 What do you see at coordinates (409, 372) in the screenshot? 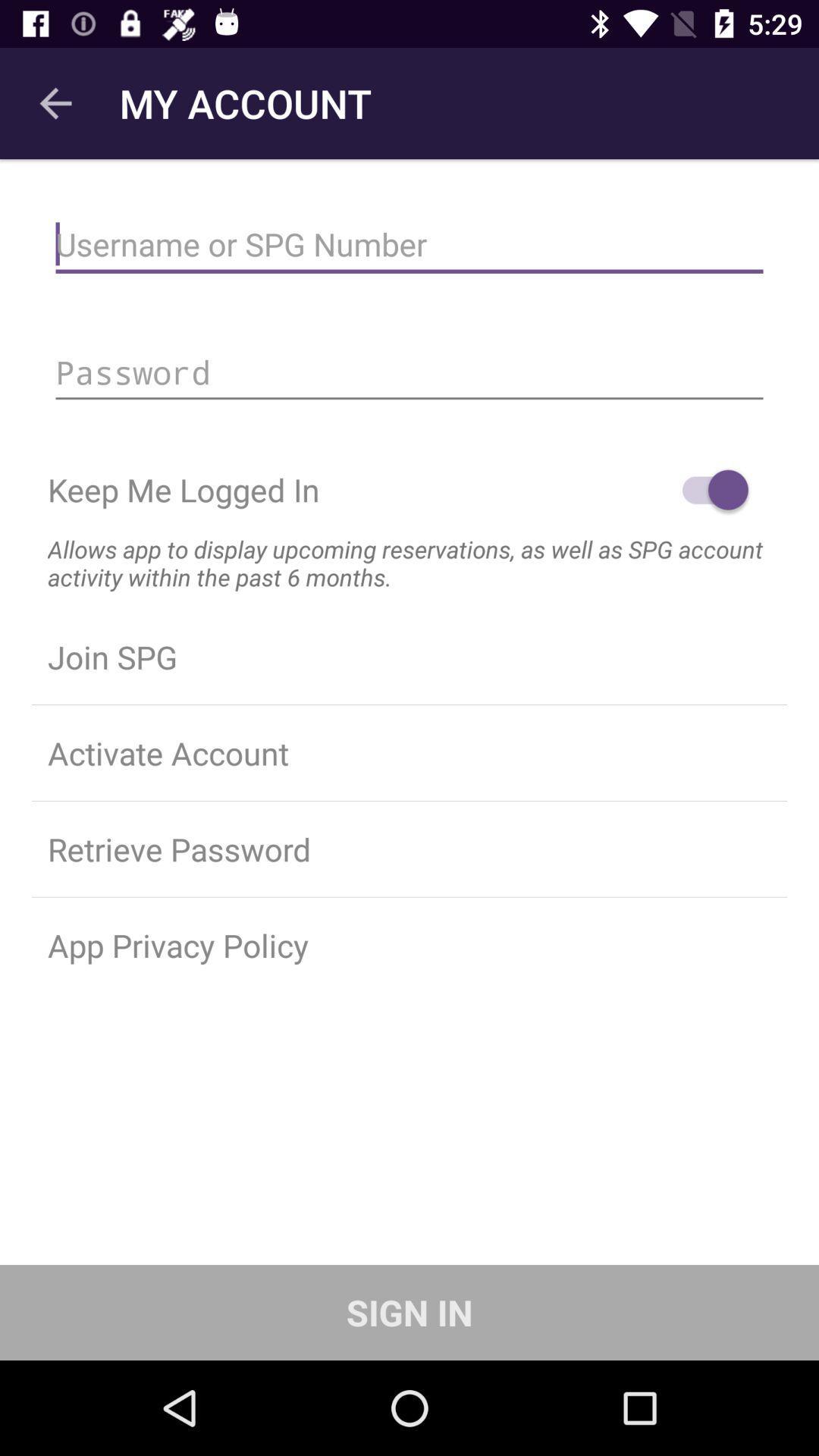
I see `login with password` at bounding box center [409, 372].